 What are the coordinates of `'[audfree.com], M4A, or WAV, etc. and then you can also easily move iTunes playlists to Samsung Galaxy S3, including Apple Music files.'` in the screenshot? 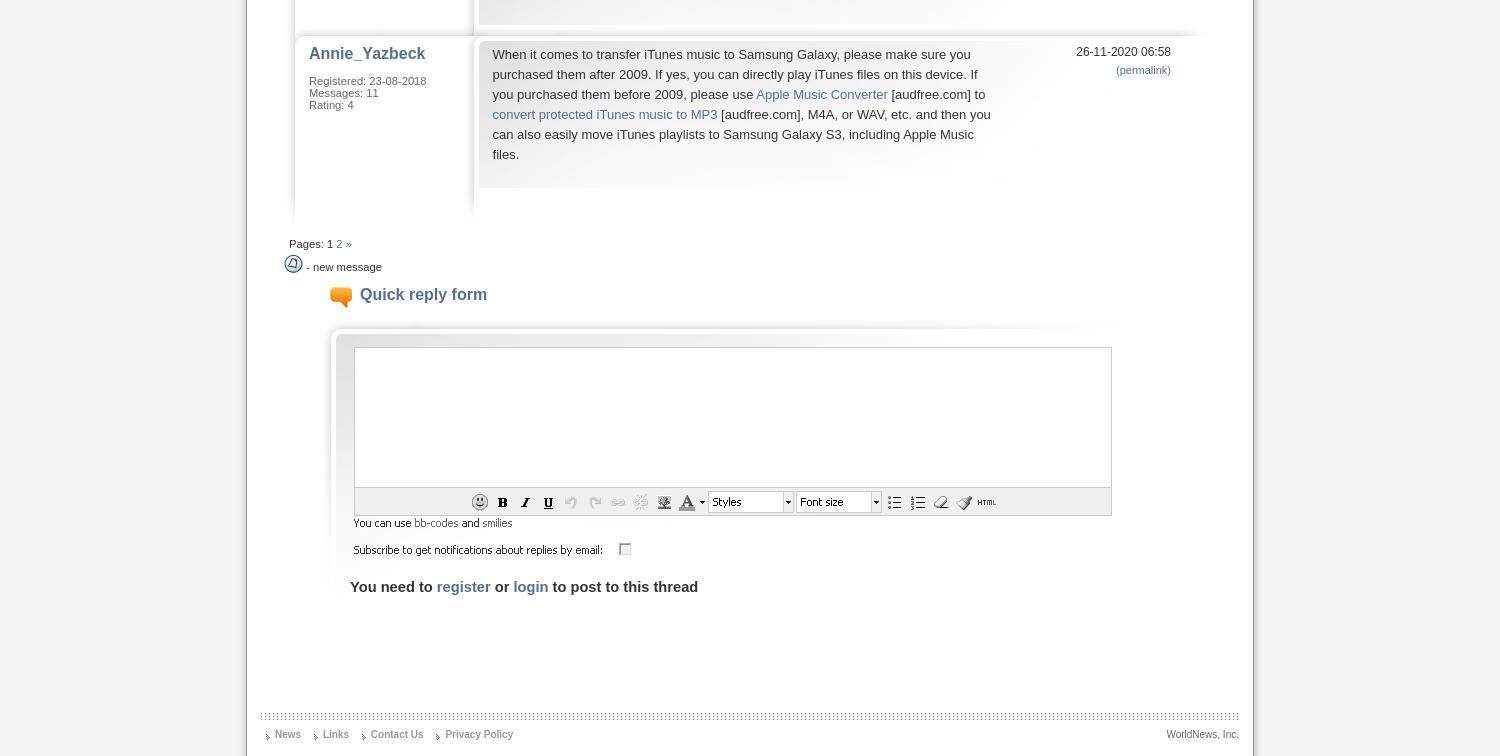 It's located at (491, 134).